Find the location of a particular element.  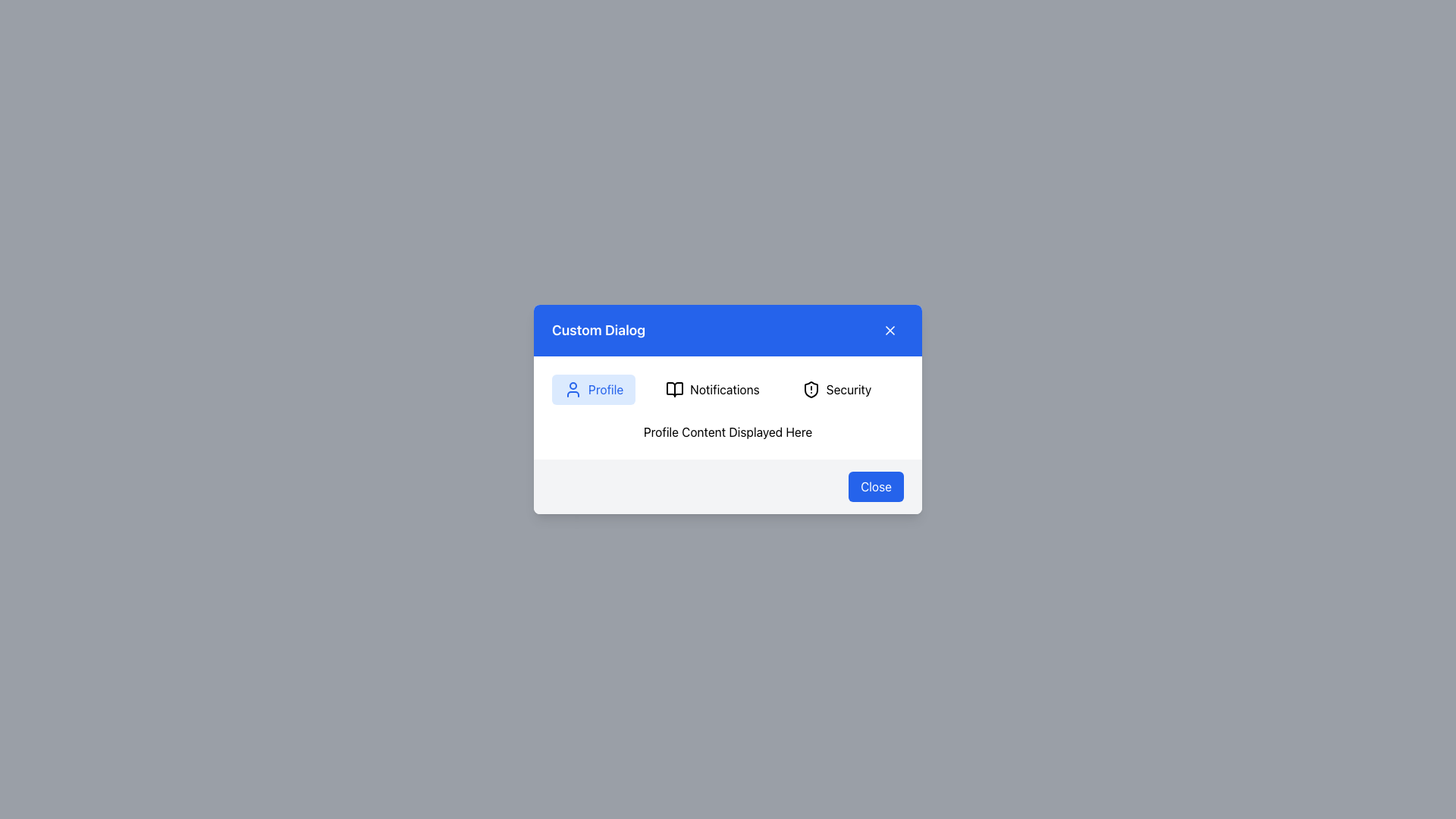

the 'X' shaped graphical icon located in the top-right corner of the dialog box is located at coordinates (890, 329).